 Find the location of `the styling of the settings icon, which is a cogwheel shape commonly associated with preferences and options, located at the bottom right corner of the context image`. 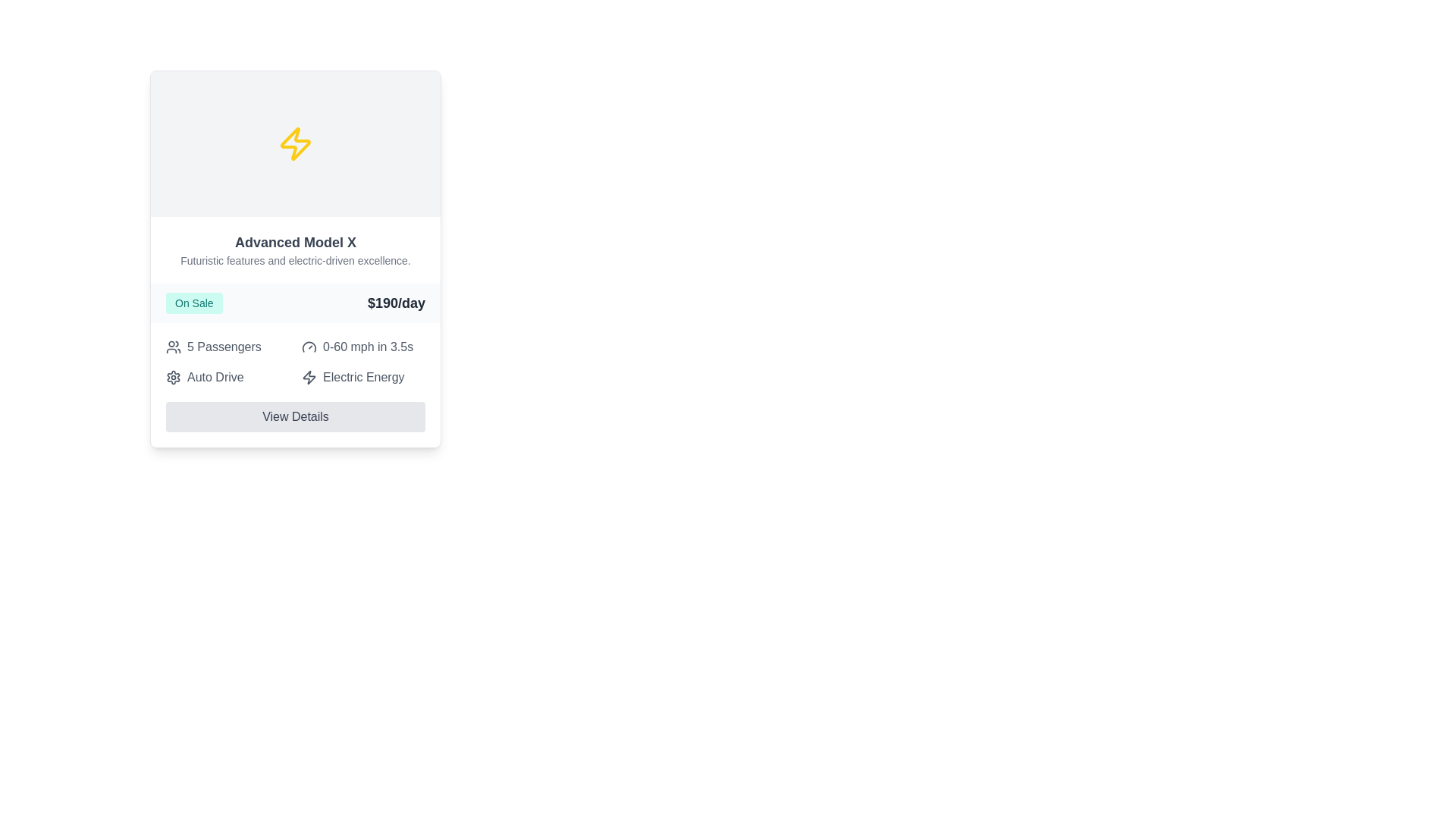

the styling of the settings icon, which is a cogwheel shape commonly associated with preferences and options, located at the bottom right corner of the context image is located at coordinates (174, 376).